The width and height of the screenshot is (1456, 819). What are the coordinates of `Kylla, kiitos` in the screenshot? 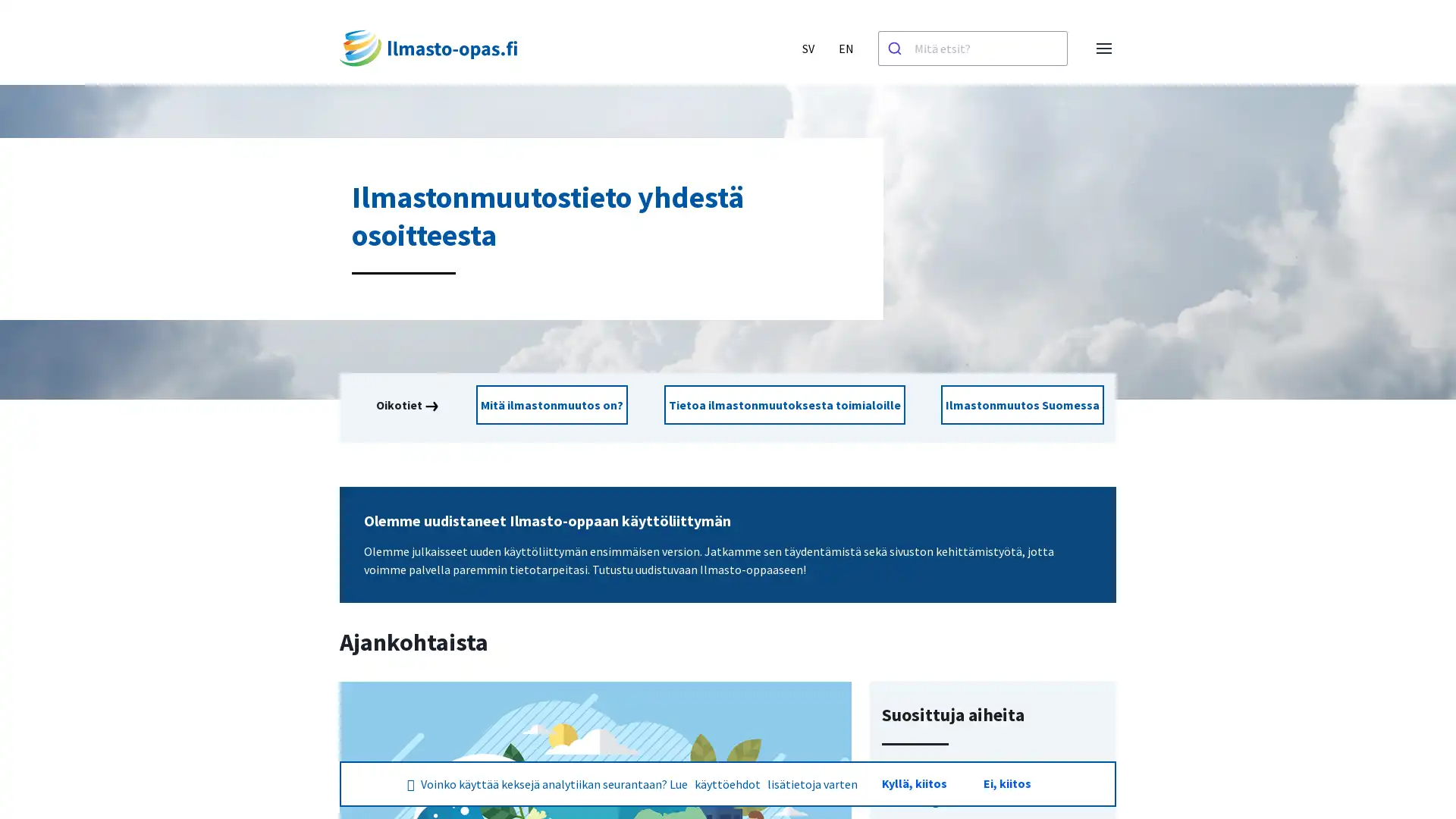 It's located at (912, 783).